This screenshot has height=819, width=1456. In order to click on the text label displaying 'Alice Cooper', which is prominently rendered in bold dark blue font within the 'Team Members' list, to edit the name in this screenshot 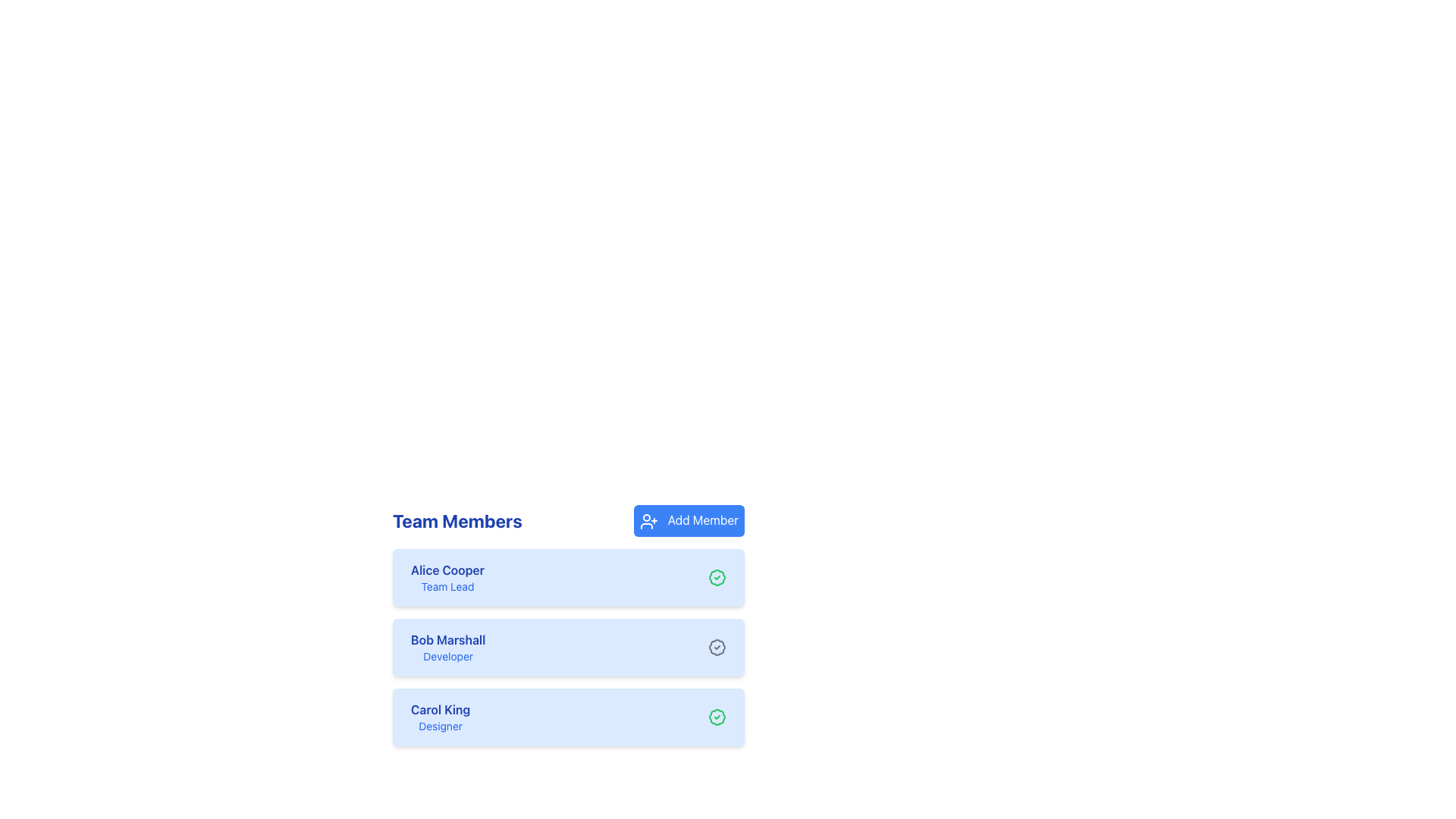, I will do `click(447, 570)`.